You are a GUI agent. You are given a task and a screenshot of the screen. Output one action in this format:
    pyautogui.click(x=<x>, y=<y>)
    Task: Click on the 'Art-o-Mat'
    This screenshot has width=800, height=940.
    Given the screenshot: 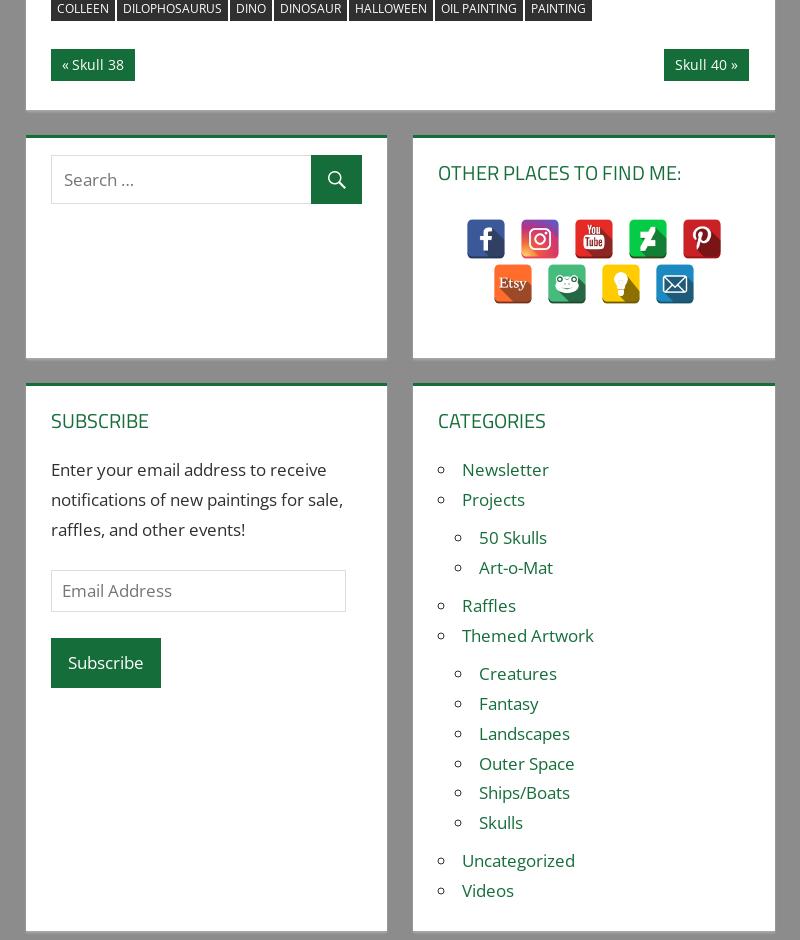 What is the action you would take?
    pyautogui.click(x=515, y=567)
    